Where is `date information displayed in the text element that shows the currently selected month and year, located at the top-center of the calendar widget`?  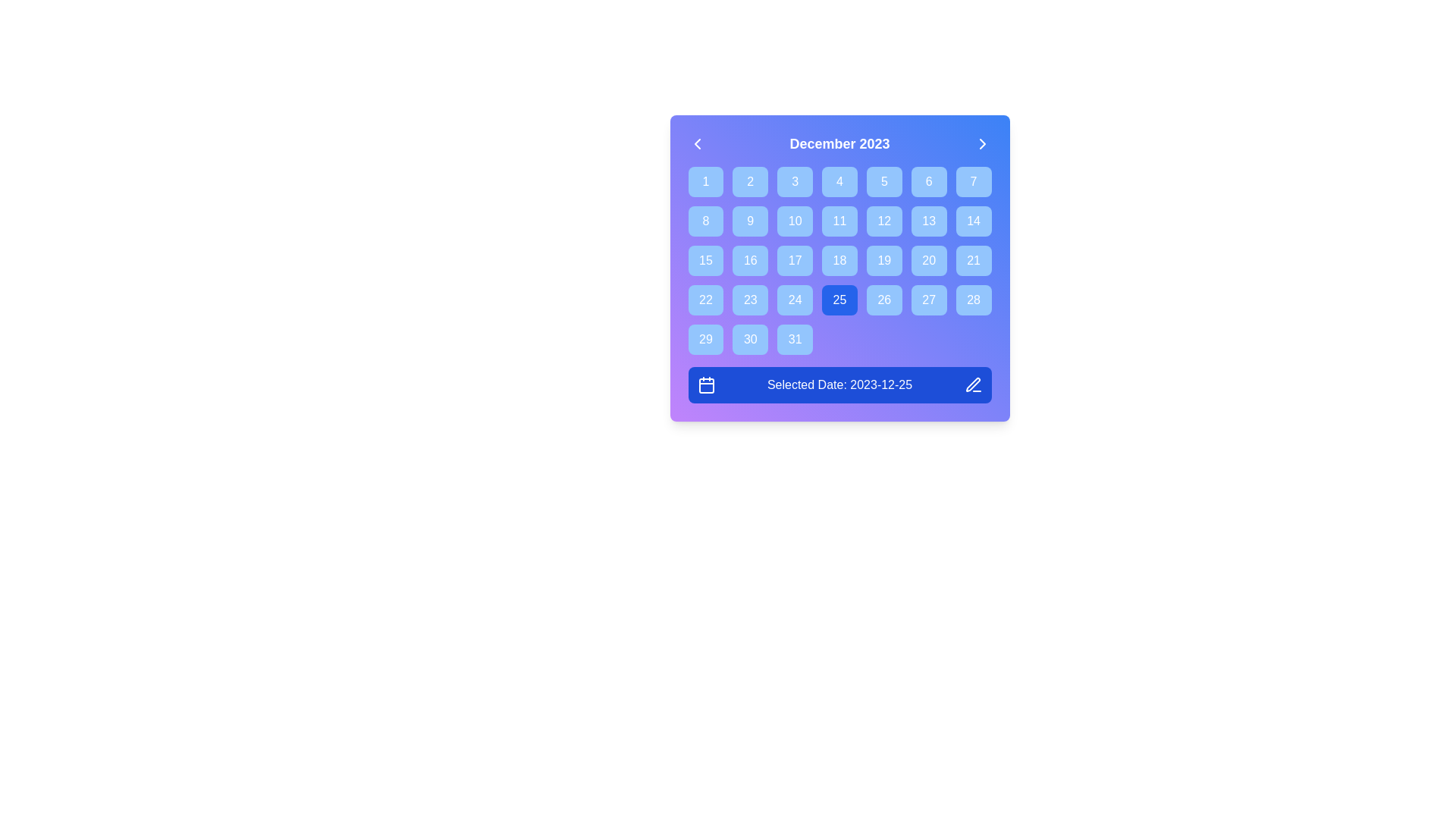 date information displayed in the text element that shows the currently selected month and year, located at the top-center of the calendar widget is located at coordinates (839, 143).